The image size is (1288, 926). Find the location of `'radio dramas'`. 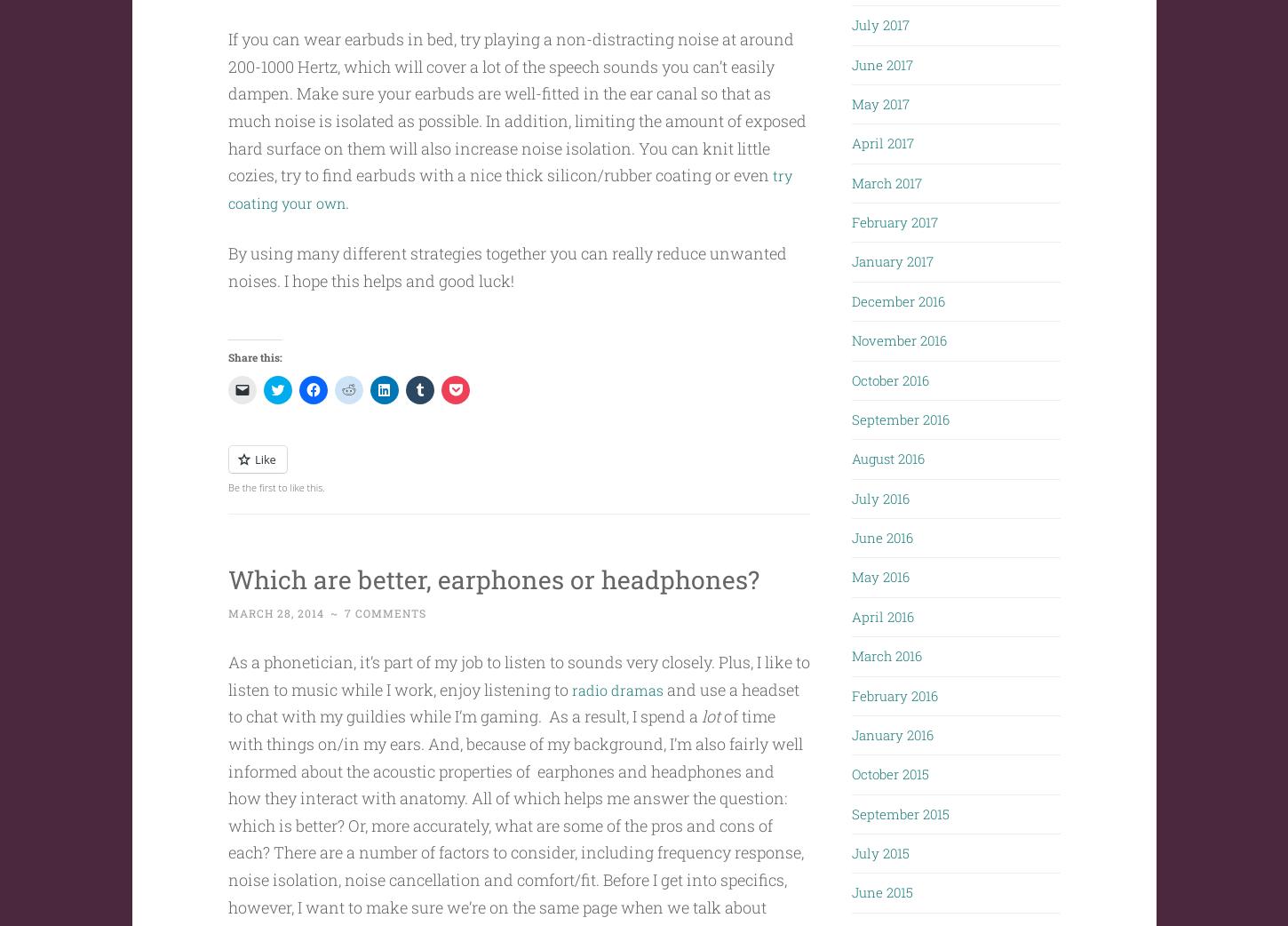

'radio dramas' is located at coordinates (620, 723).